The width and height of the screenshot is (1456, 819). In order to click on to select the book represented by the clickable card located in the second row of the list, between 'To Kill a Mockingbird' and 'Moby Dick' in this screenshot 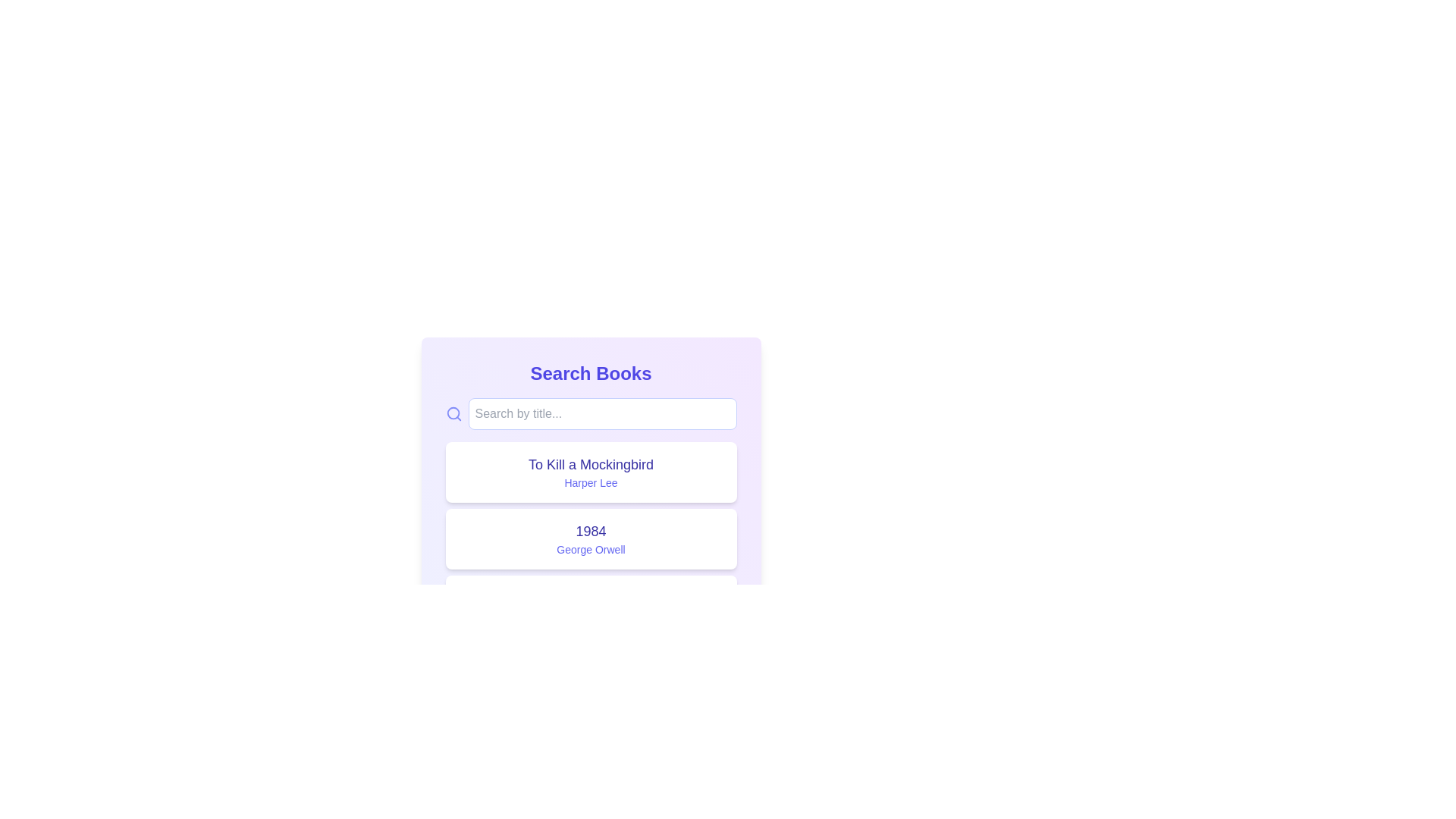, I will do `click(590, 538)`.